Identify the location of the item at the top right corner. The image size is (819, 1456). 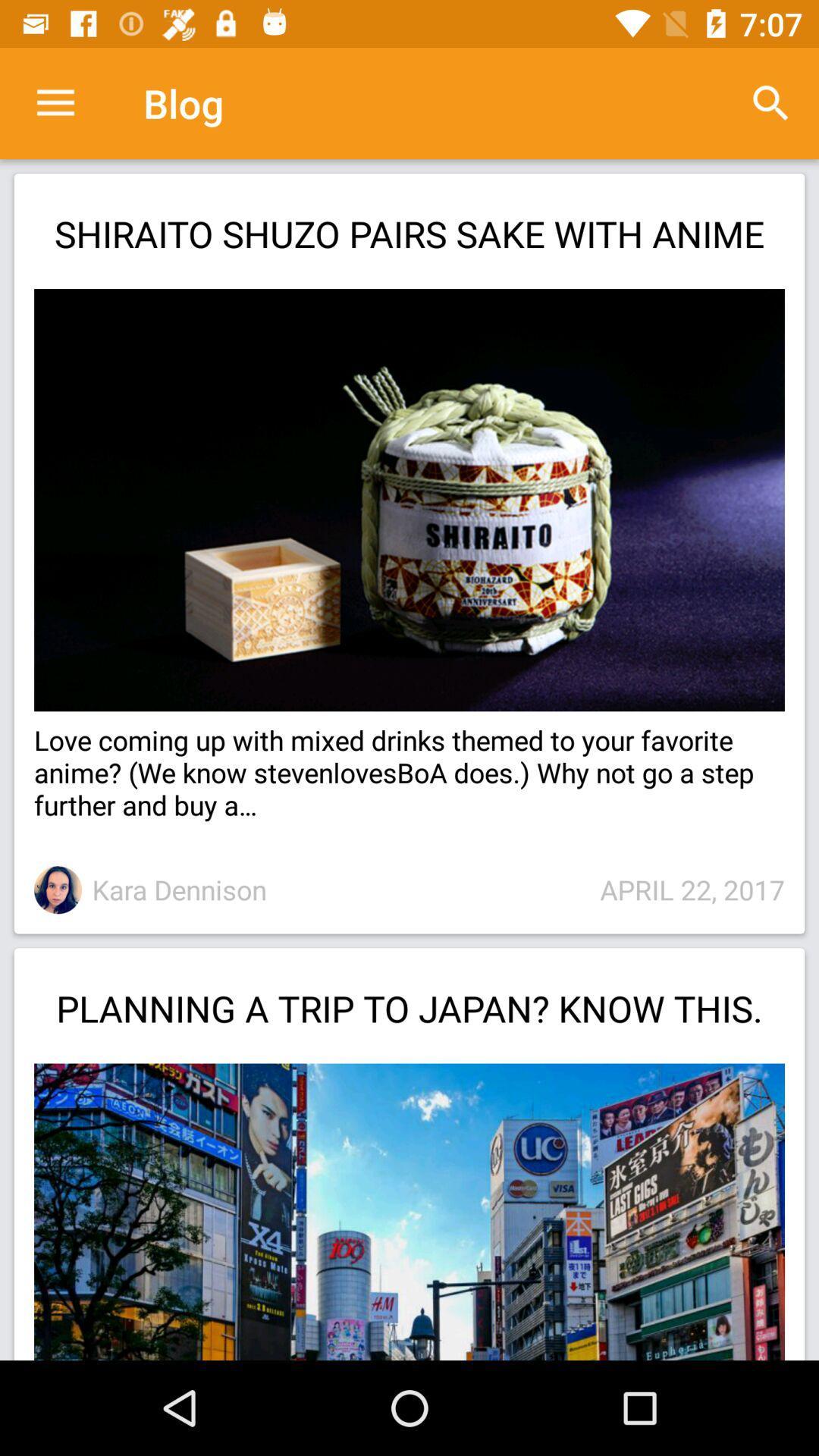
(771, 102).